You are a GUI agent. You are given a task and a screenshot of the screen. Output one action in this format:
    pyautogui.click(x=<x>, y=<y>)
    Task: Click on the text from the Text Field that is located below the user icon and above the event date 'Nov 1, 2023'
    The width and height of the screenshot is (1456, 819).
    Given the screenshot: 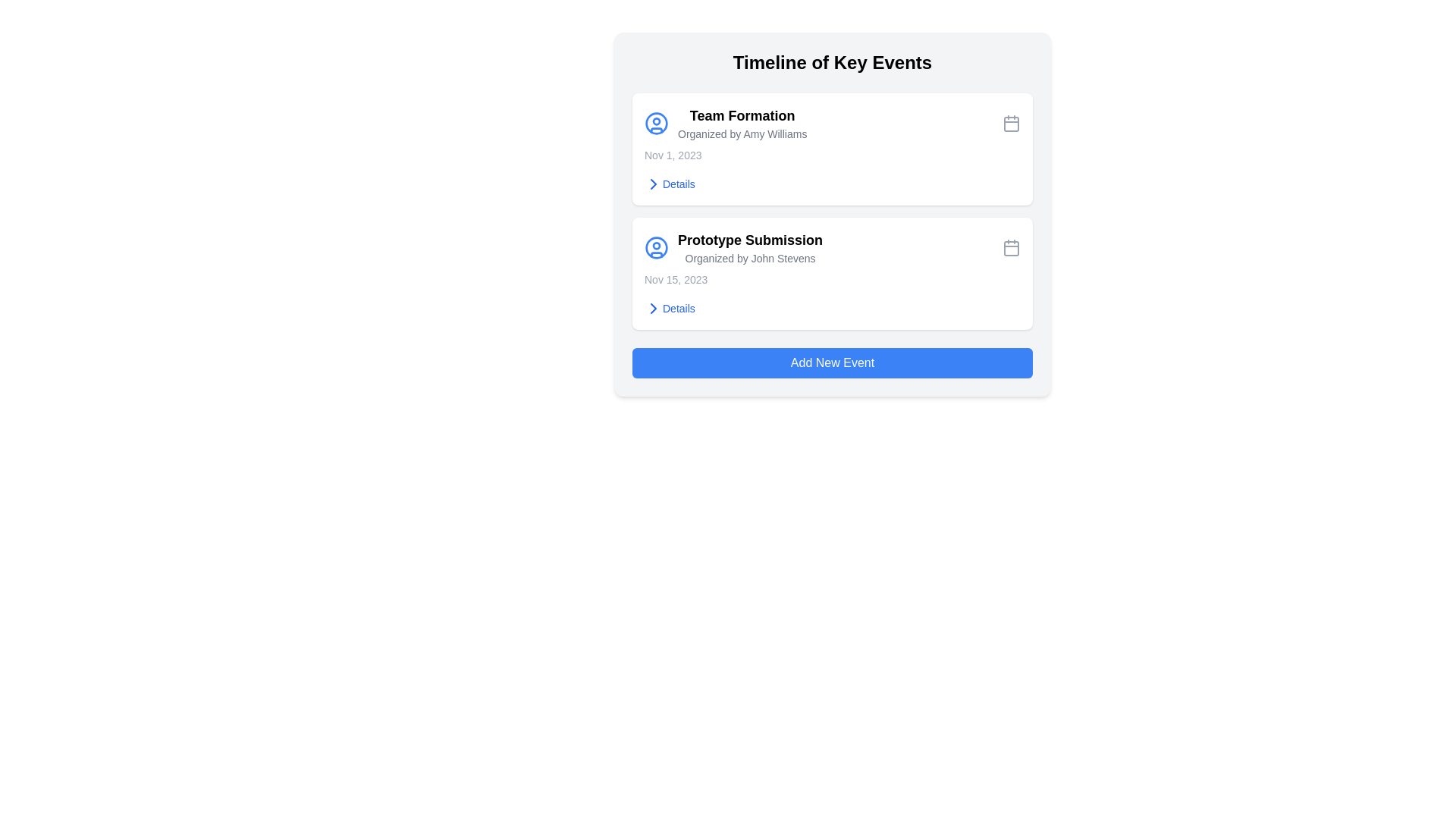 What is the action you would take?
    pyautogui.click(x=742, y=122)
    